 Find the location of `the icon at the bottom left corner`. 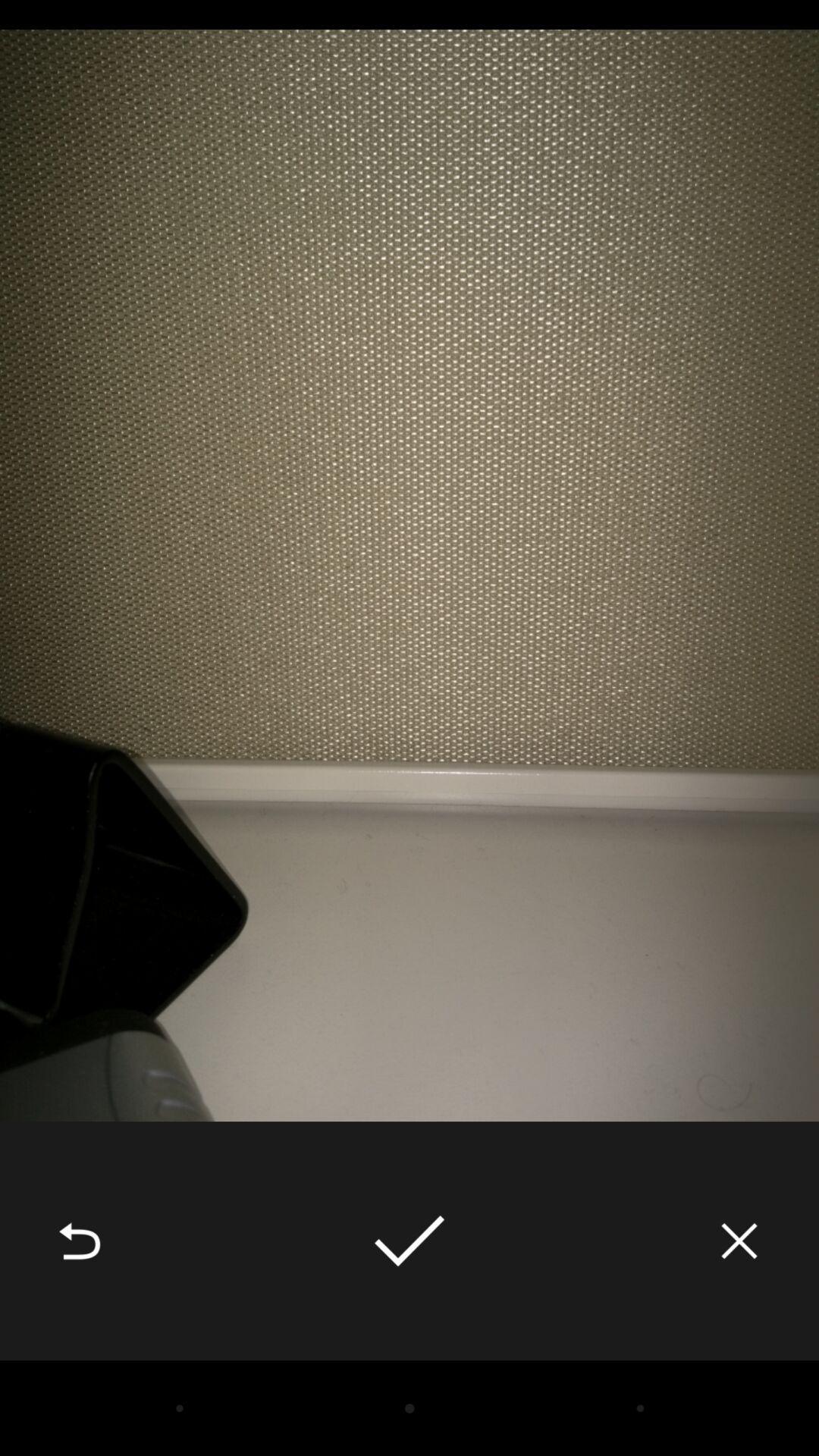

the icon at the bottom left corner is located at coordinates (79, 1241).